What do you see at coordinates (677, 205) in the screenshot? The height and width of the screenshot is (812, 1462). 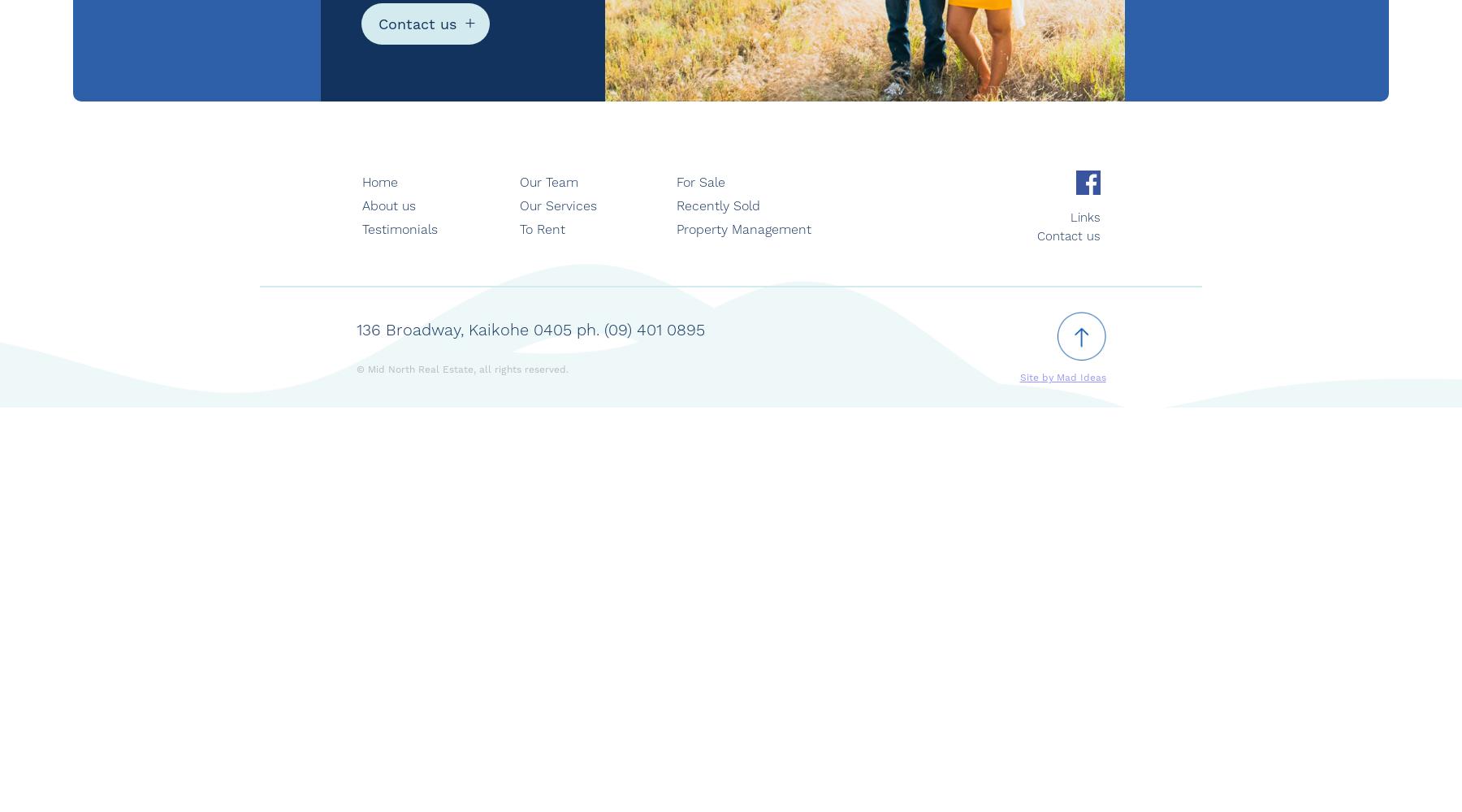 I see `'Recently Sold'` at bounding box center [677, 205].